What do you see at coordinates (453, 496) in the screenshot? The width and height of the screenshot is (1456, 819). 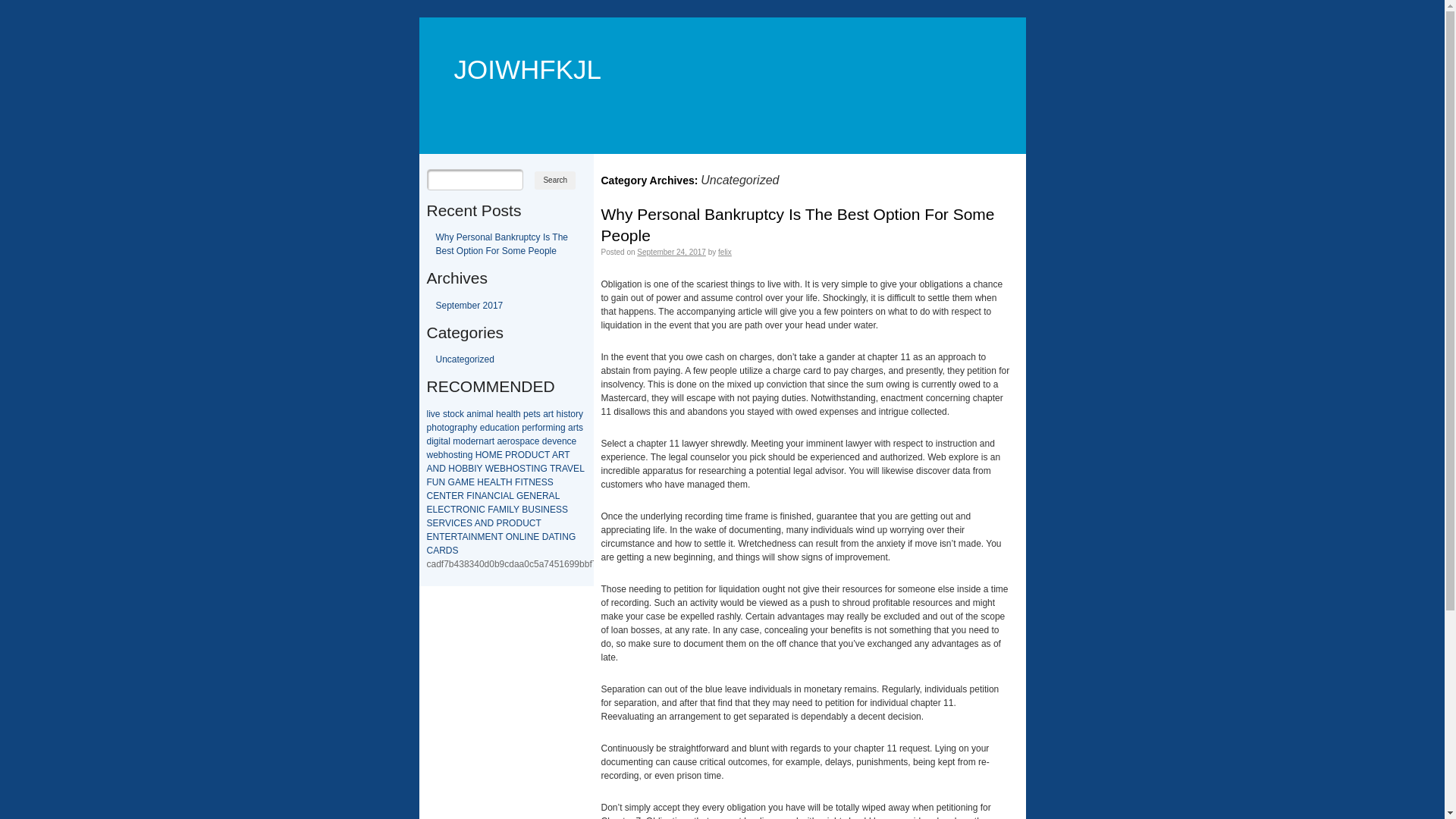 I see `'E'` at bounding box center [453, 496].